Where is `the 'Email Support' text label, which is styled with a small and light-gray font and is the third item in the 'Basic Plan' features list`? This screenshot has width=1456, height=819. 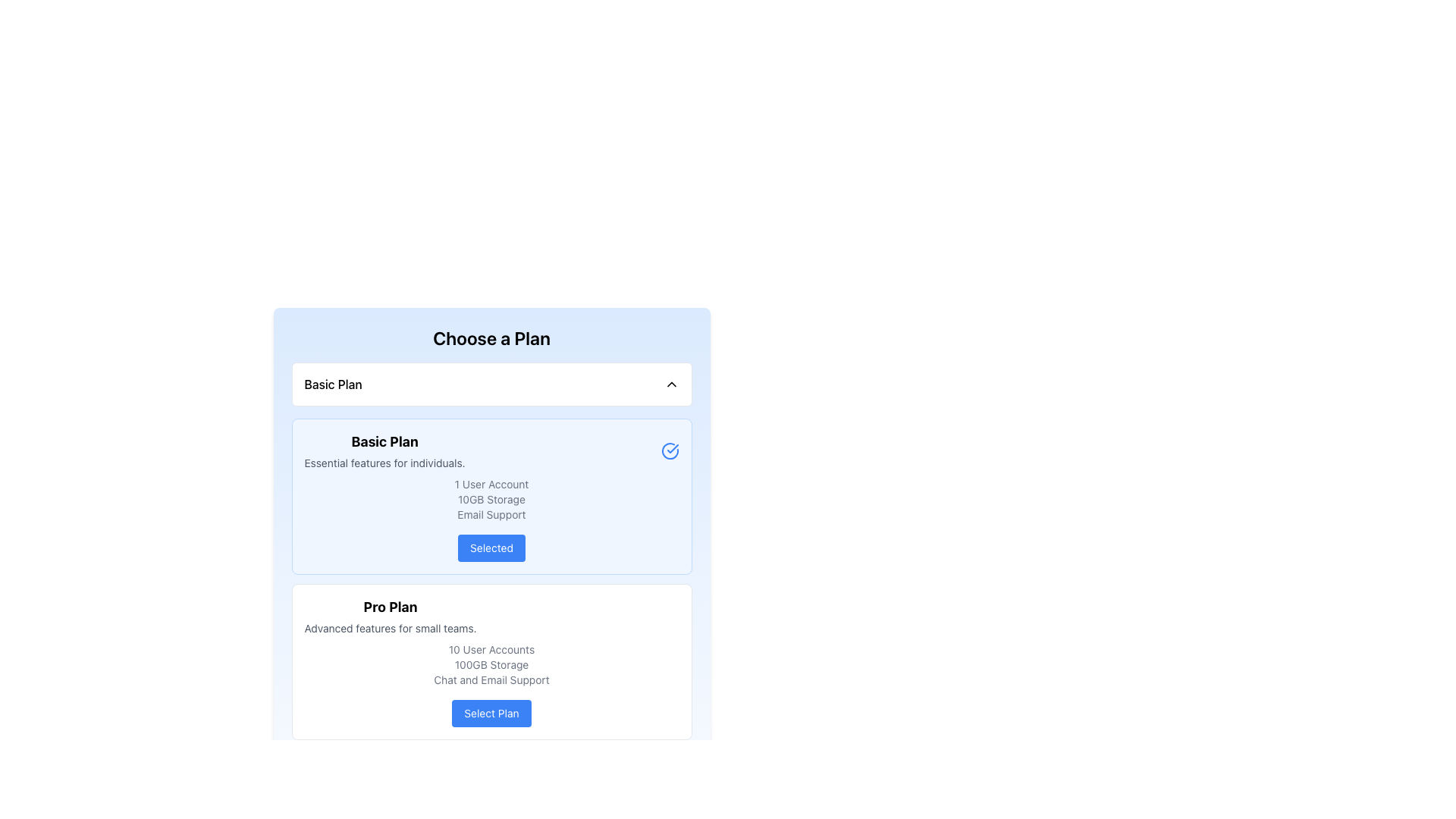 the 'Email Support' text label, which is styled with a small and light-gray font and is the third item in the 'Basic Plan' features list is located at coordinates (491, 513).